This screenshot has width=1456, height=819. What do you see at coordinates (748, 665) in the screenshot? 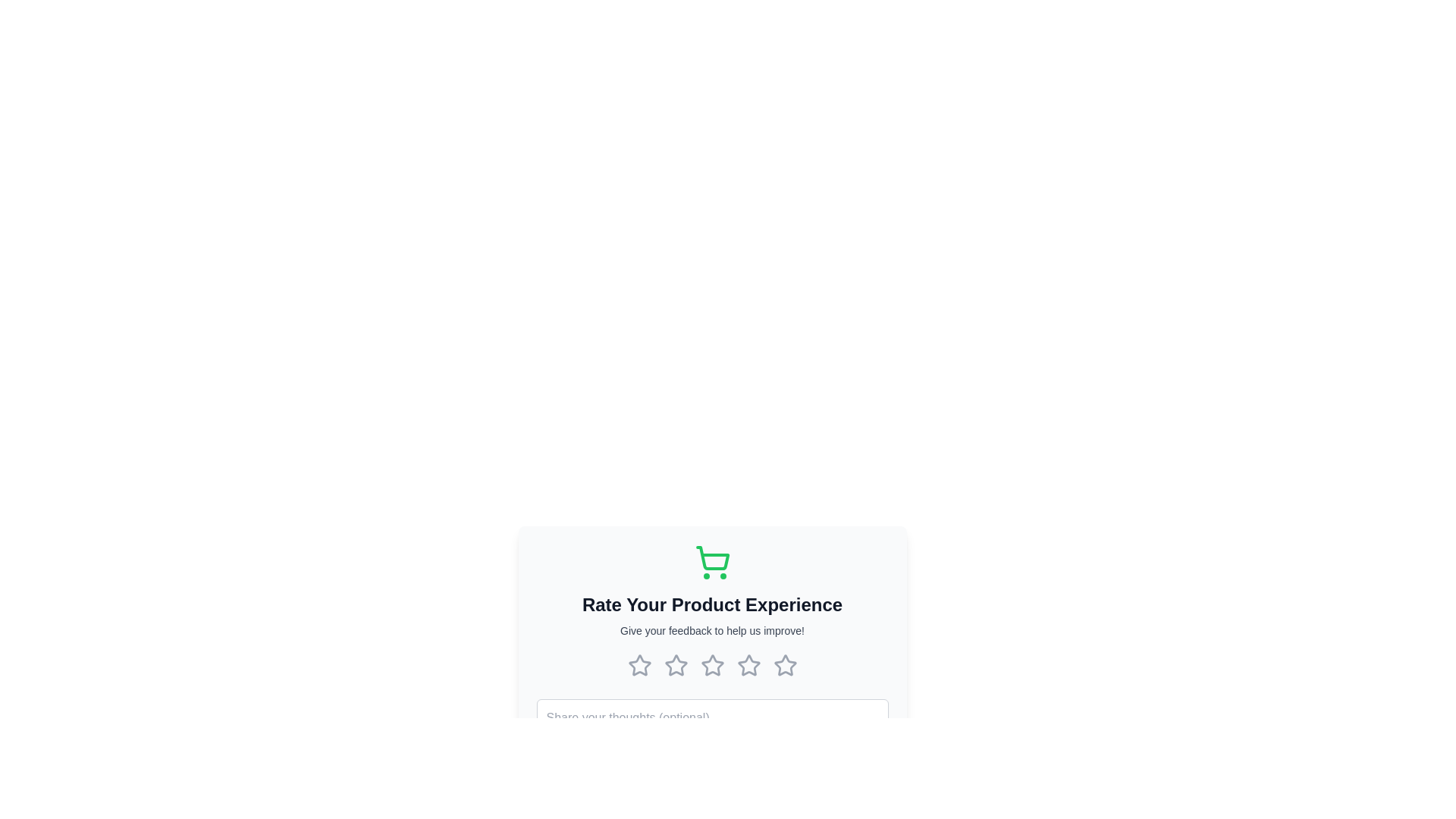
I see `the third interactive star rating icon, which is a star-shaped icon with a line outline and gray color` at bounding box center [748, 665].